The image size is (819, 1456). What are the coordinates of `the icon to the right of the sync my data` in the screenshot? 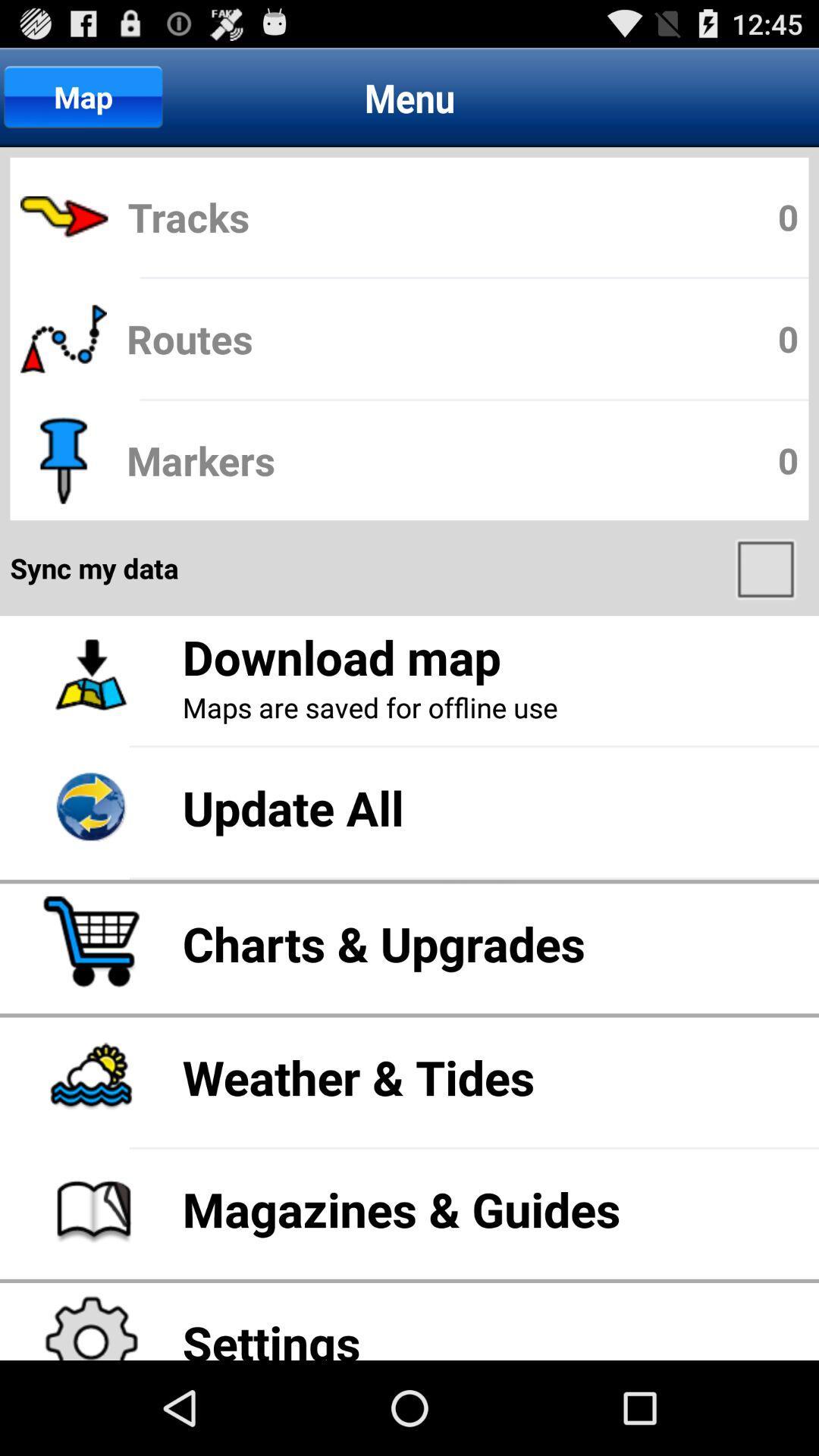 It's located at (767, 567).